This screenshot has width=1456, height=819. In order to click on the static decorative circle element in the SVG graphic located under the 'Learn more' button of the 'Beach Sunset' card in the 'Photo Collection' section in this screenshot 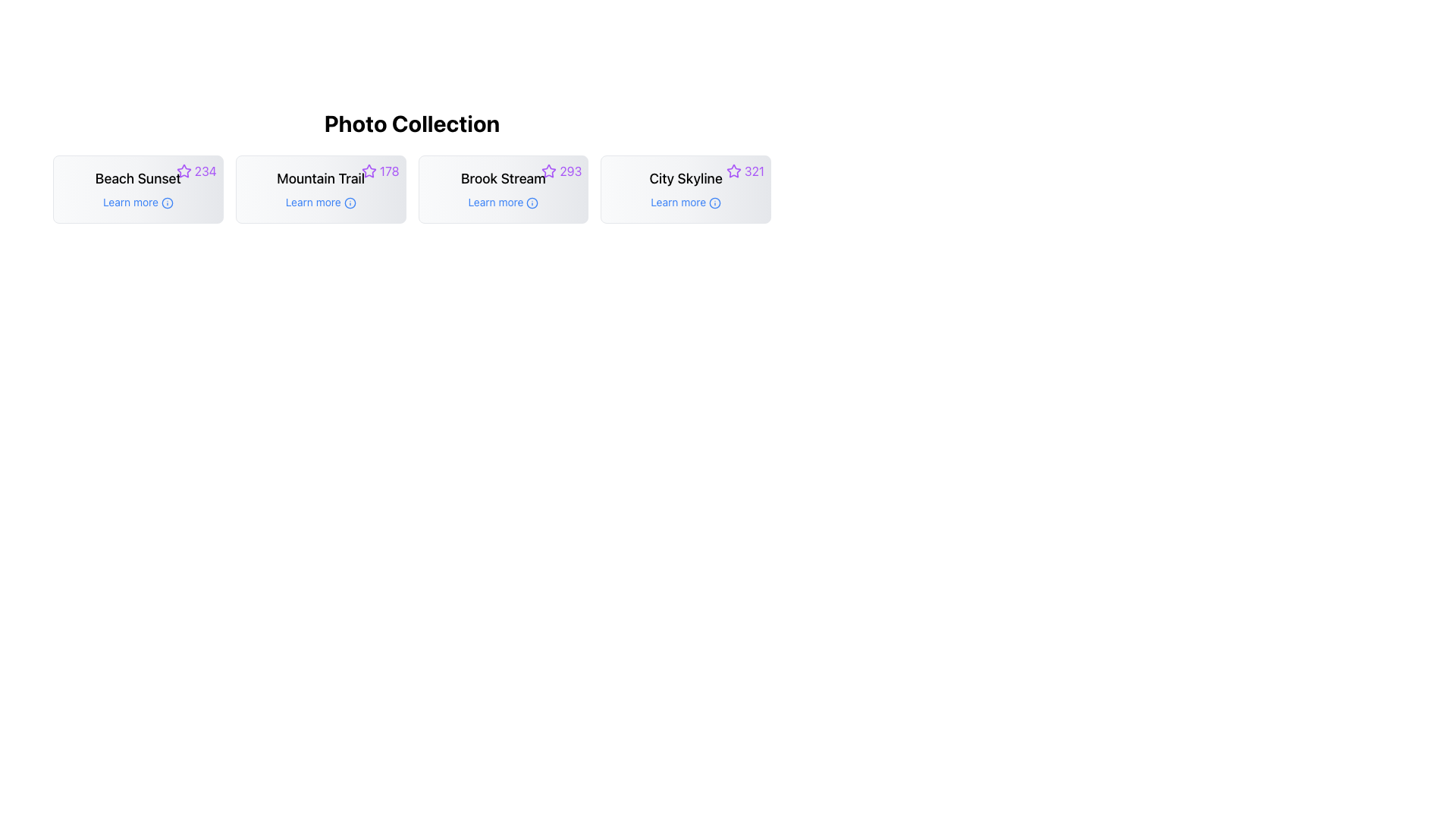, I will do `click(167, 202)`.